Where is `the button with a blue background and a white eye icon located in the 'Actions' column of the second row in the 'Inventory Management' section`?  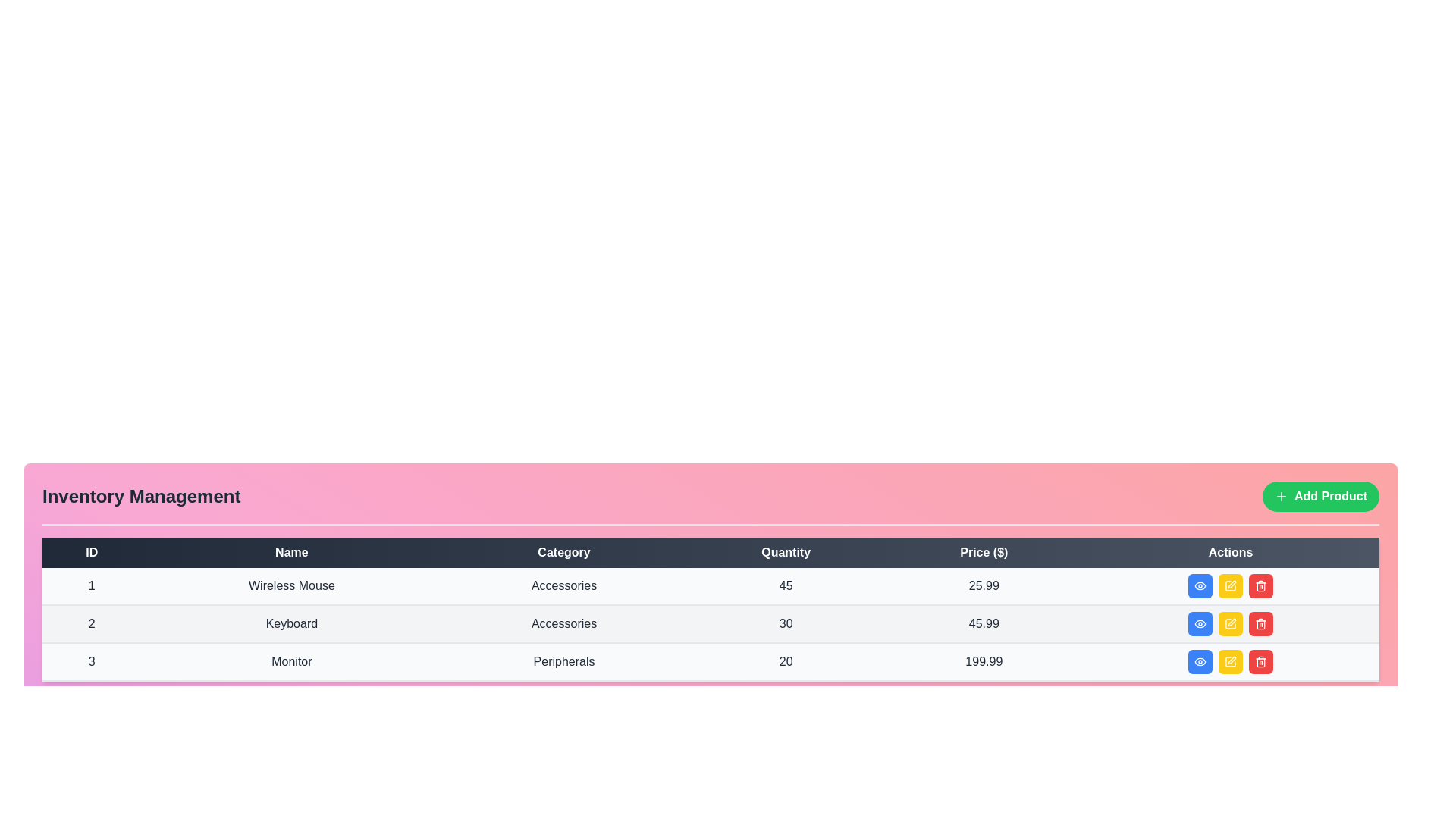 the button with a blue background and a white eye icon located in the 'Actions' column of the second row in the 'Inventory Management' section is located at coordinates (1200, 623).